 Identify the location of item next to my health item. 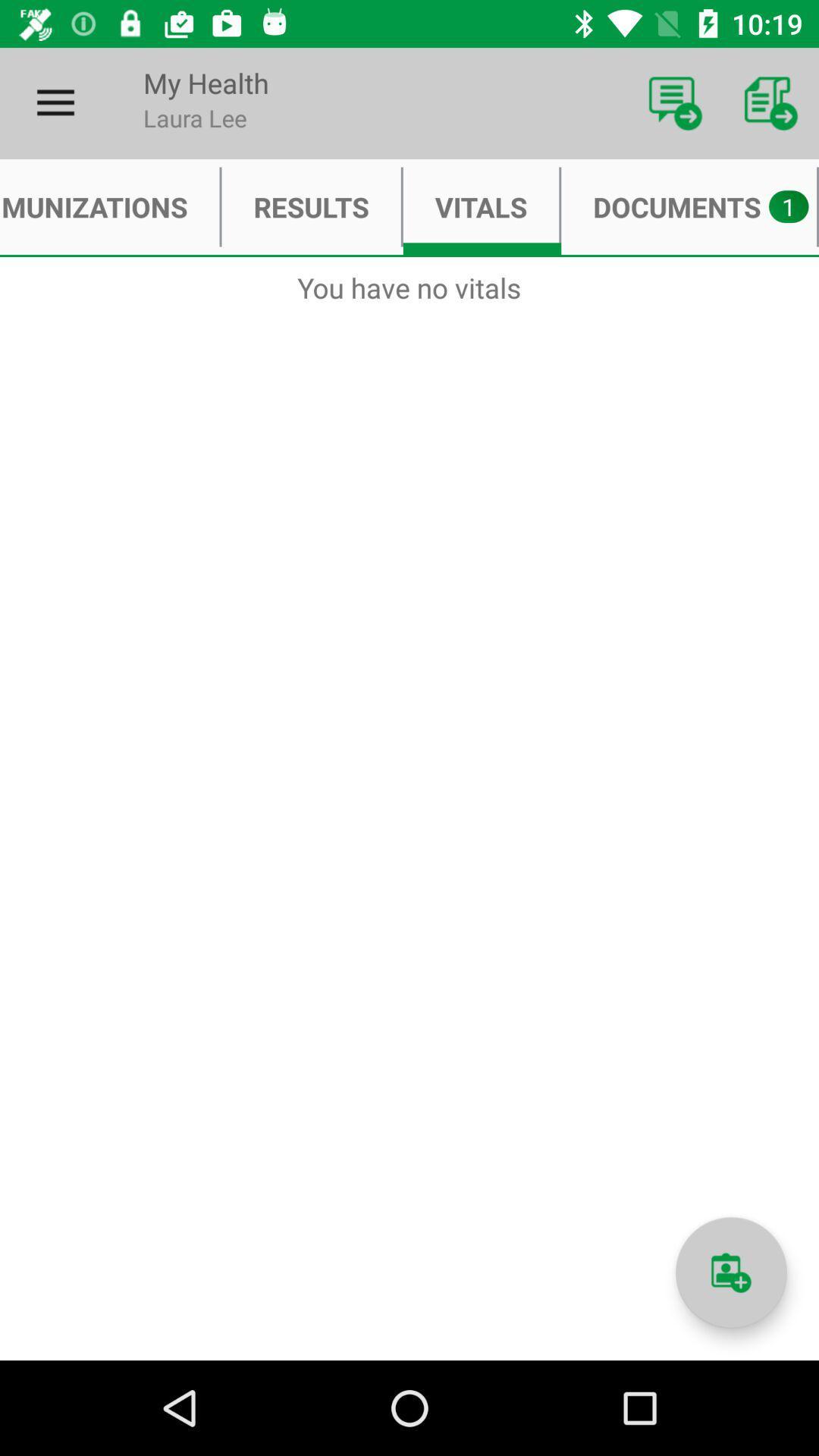
(675, 102).